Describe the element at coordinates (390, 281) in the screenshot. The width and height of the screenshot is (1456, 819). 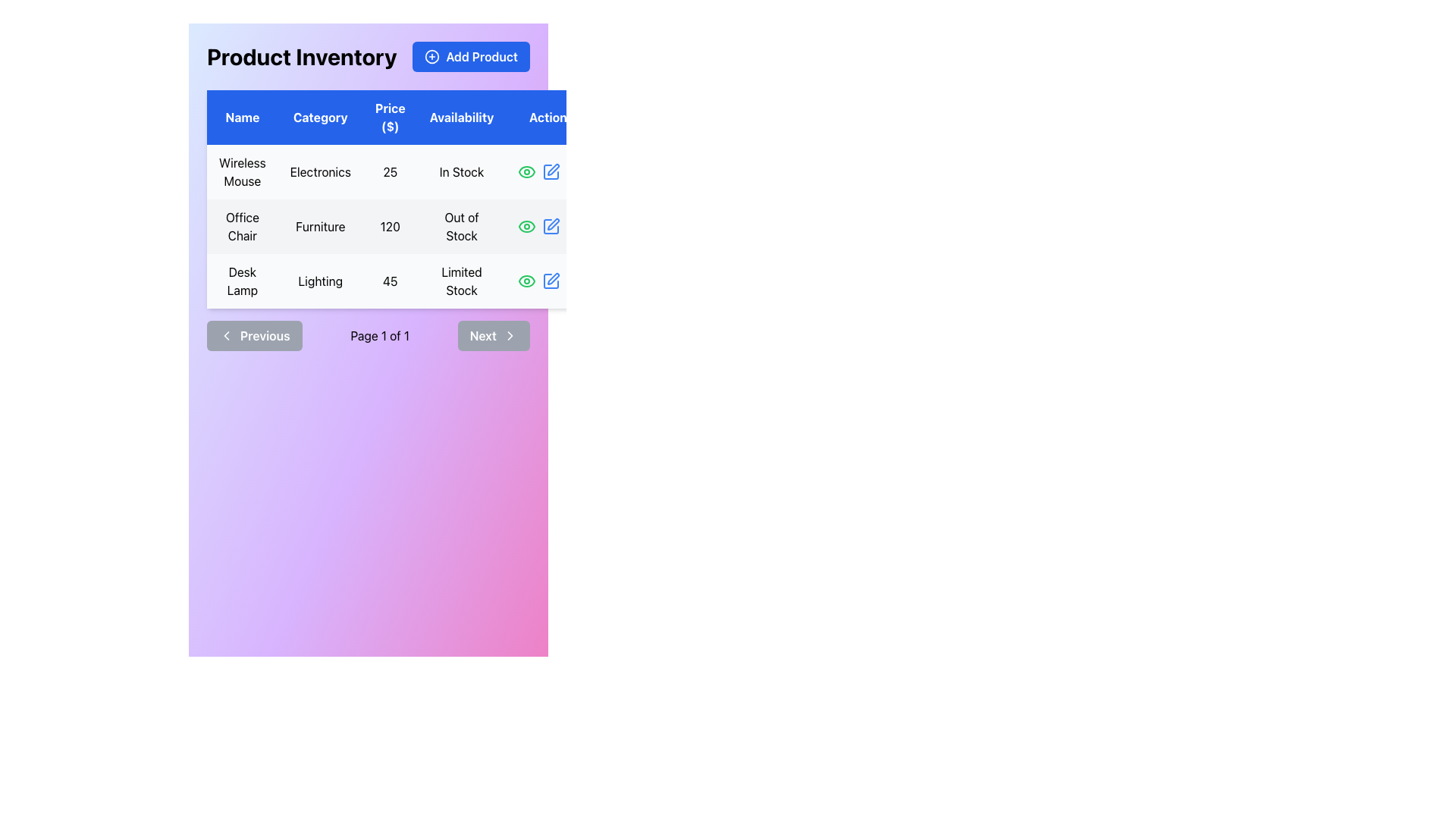
I see `the price display of the 'Desk Lamp' product located in the 'Price ($)' column of the inventory list` at that location.